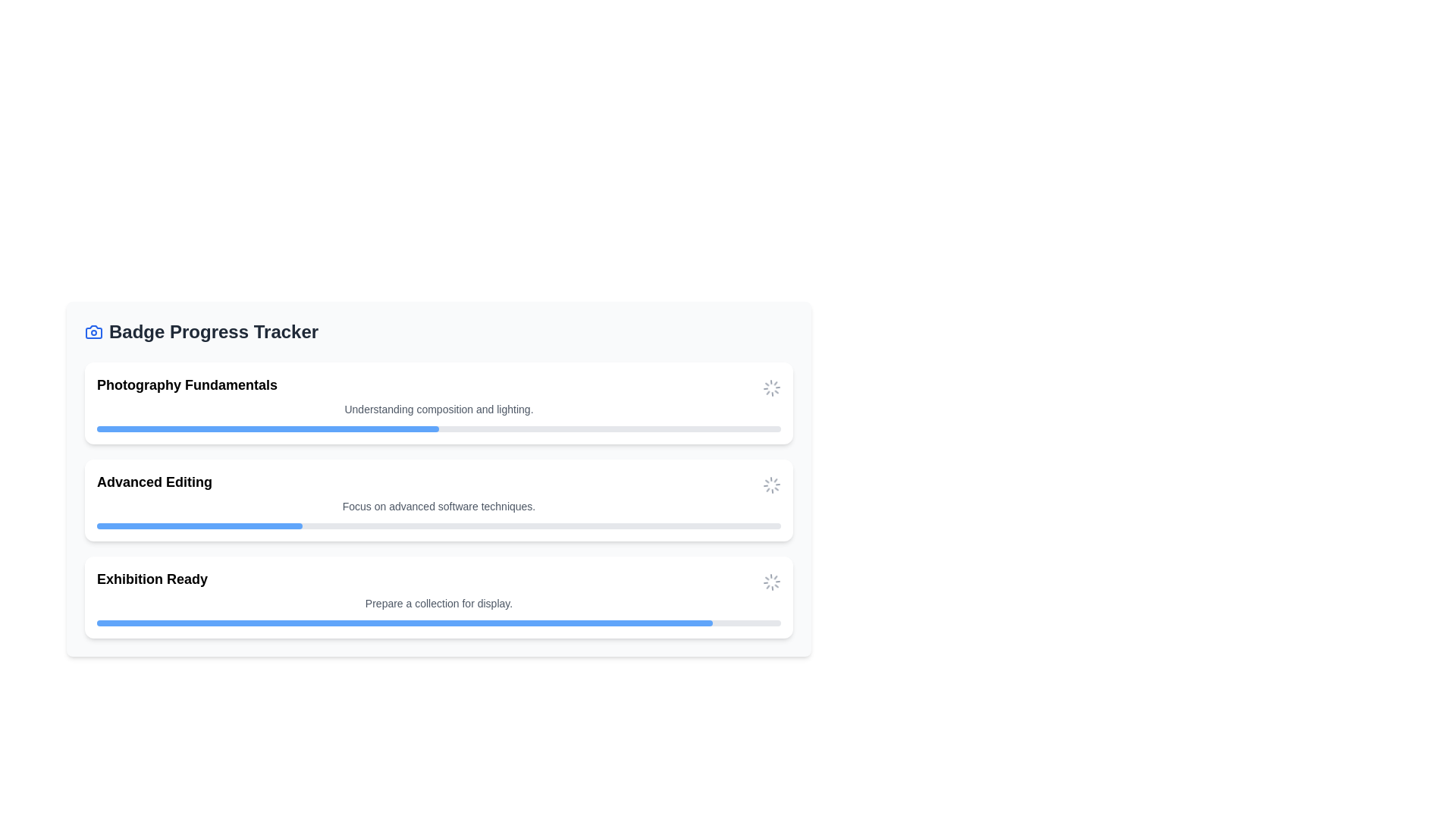 This screenshot has width=1456, height=819. Describe the element at coordinates (438, 623) in the screenshot. I see `the progress of the horizontal progress bar located at the bottom of the 'Exhibition Ready' section, directly below the text 'Prepare a collection for display.'` at that location.